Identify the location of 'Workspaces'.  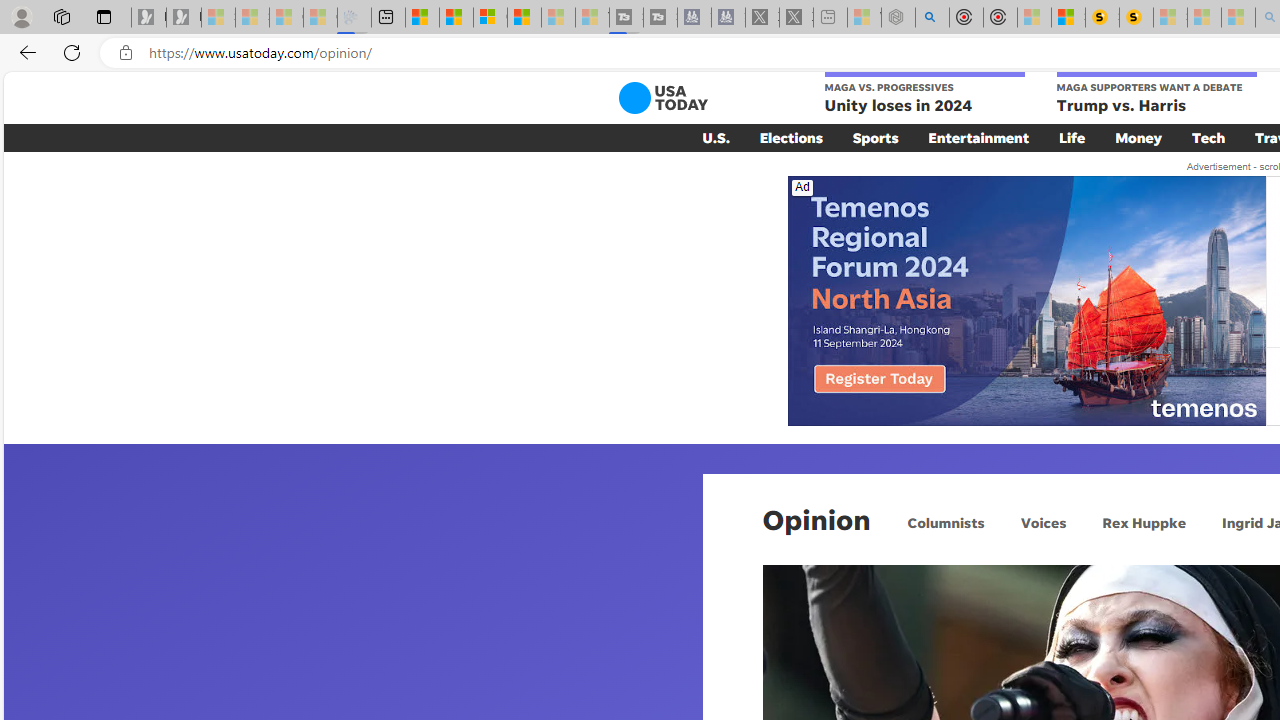
(61, 16).